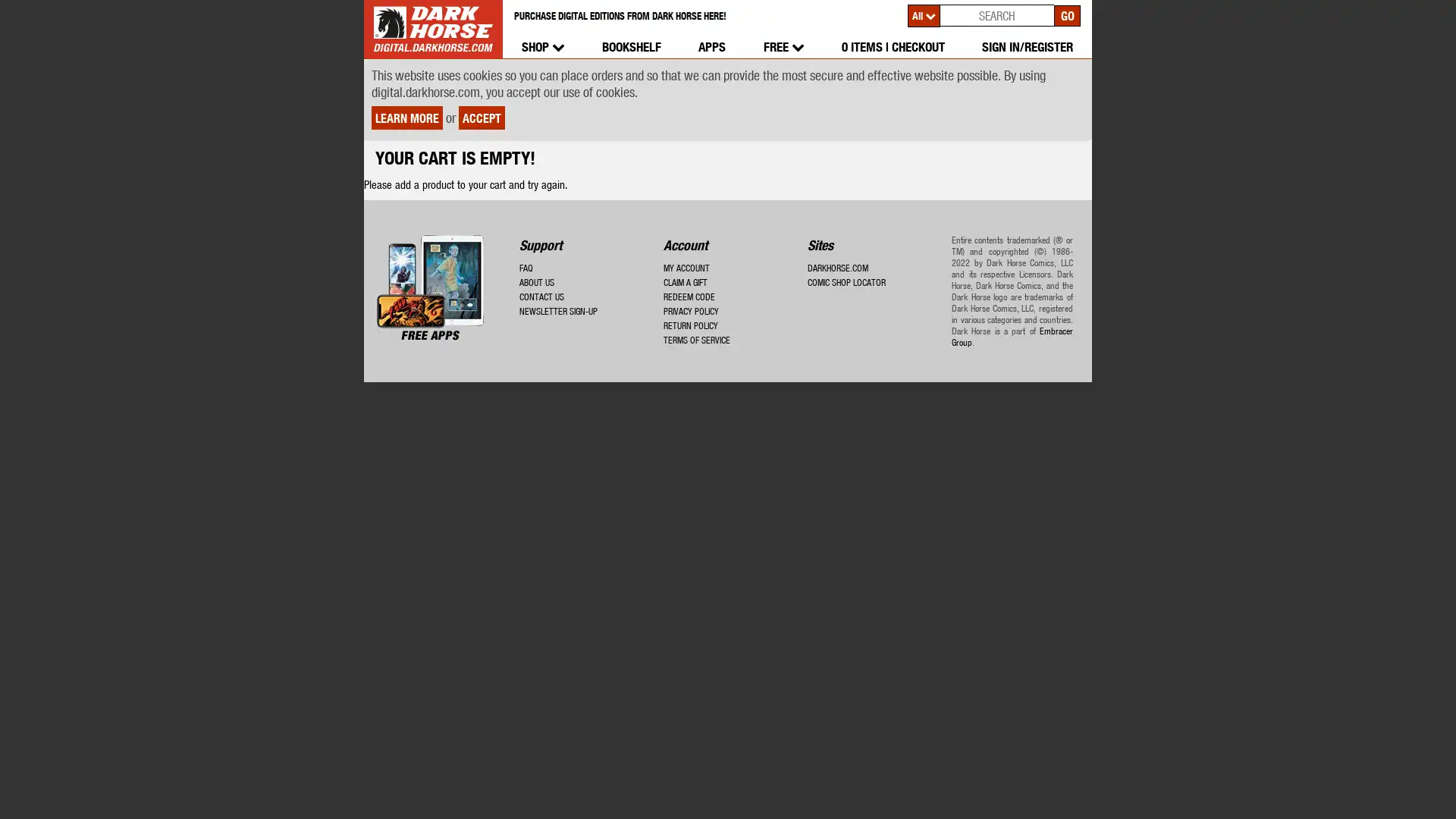  I want to click on GO, so click(1066, 14).